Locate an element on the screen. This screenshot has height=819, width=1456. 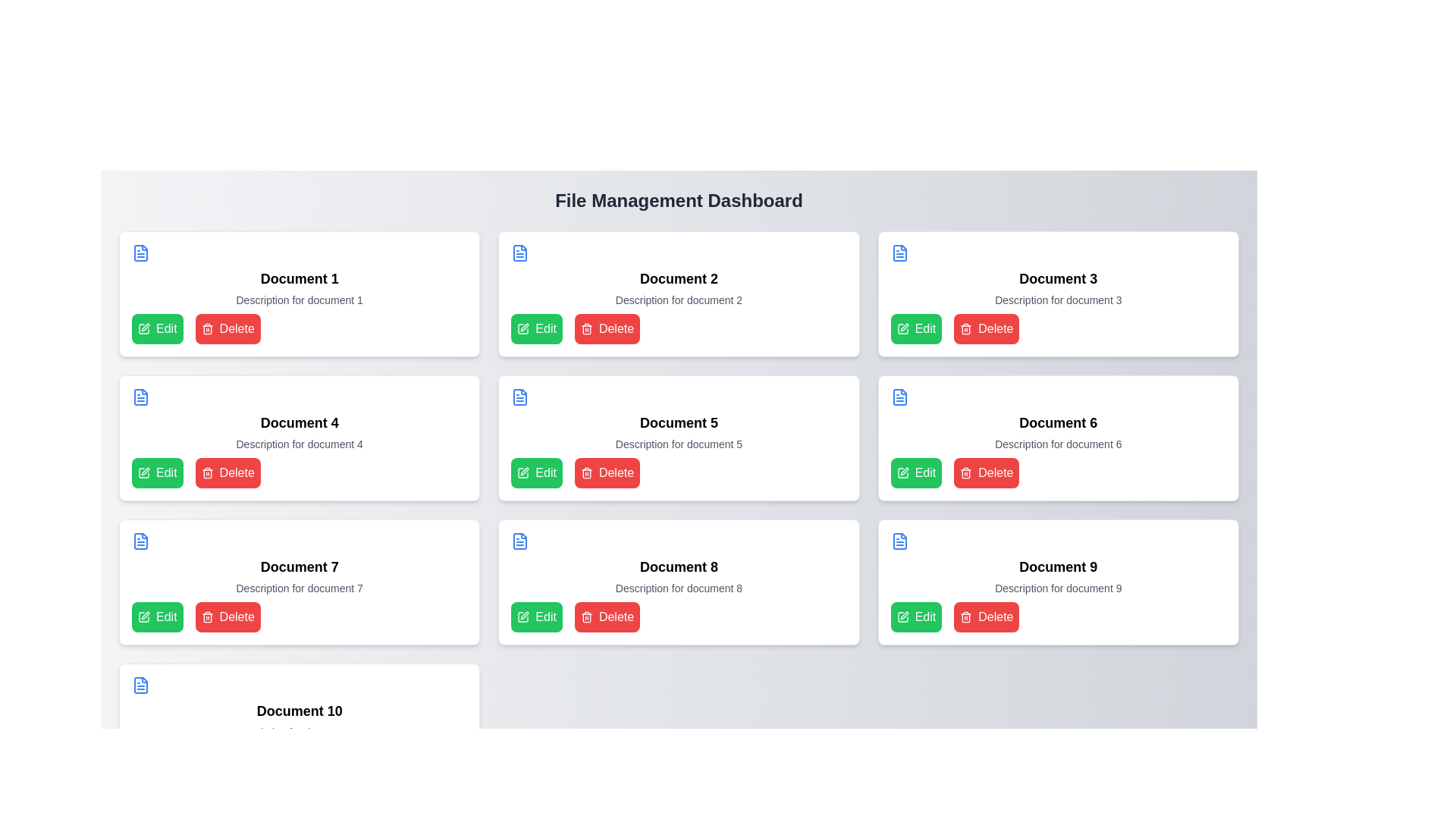
the small red trash can icon embedded in the delete button located to the right of the edit button within the document card on the file management dashboard is located at coordinates (585, 617).